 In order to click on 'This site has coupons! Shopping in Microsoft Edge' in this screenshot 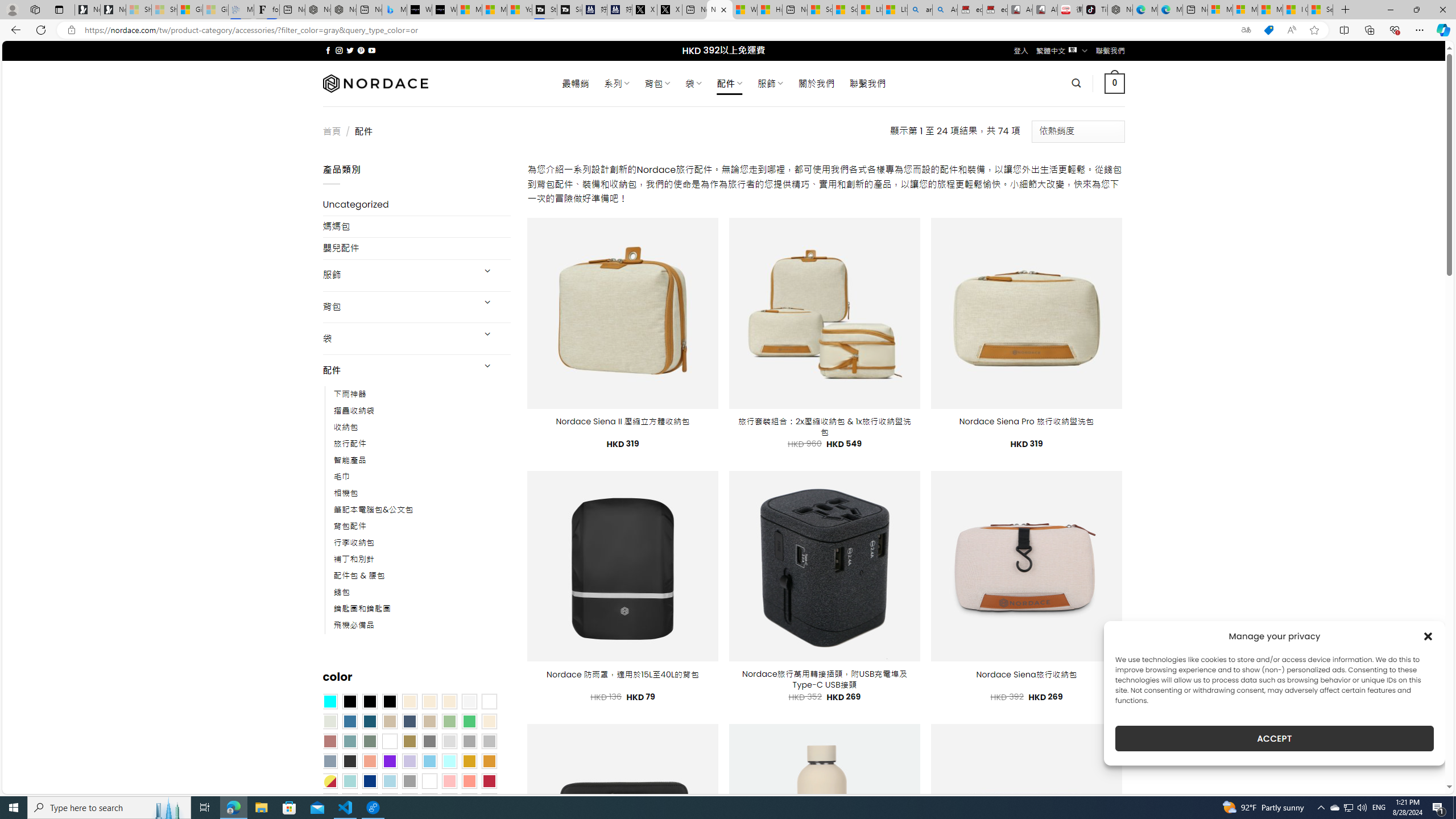, I will do `click(1268, 30)`.